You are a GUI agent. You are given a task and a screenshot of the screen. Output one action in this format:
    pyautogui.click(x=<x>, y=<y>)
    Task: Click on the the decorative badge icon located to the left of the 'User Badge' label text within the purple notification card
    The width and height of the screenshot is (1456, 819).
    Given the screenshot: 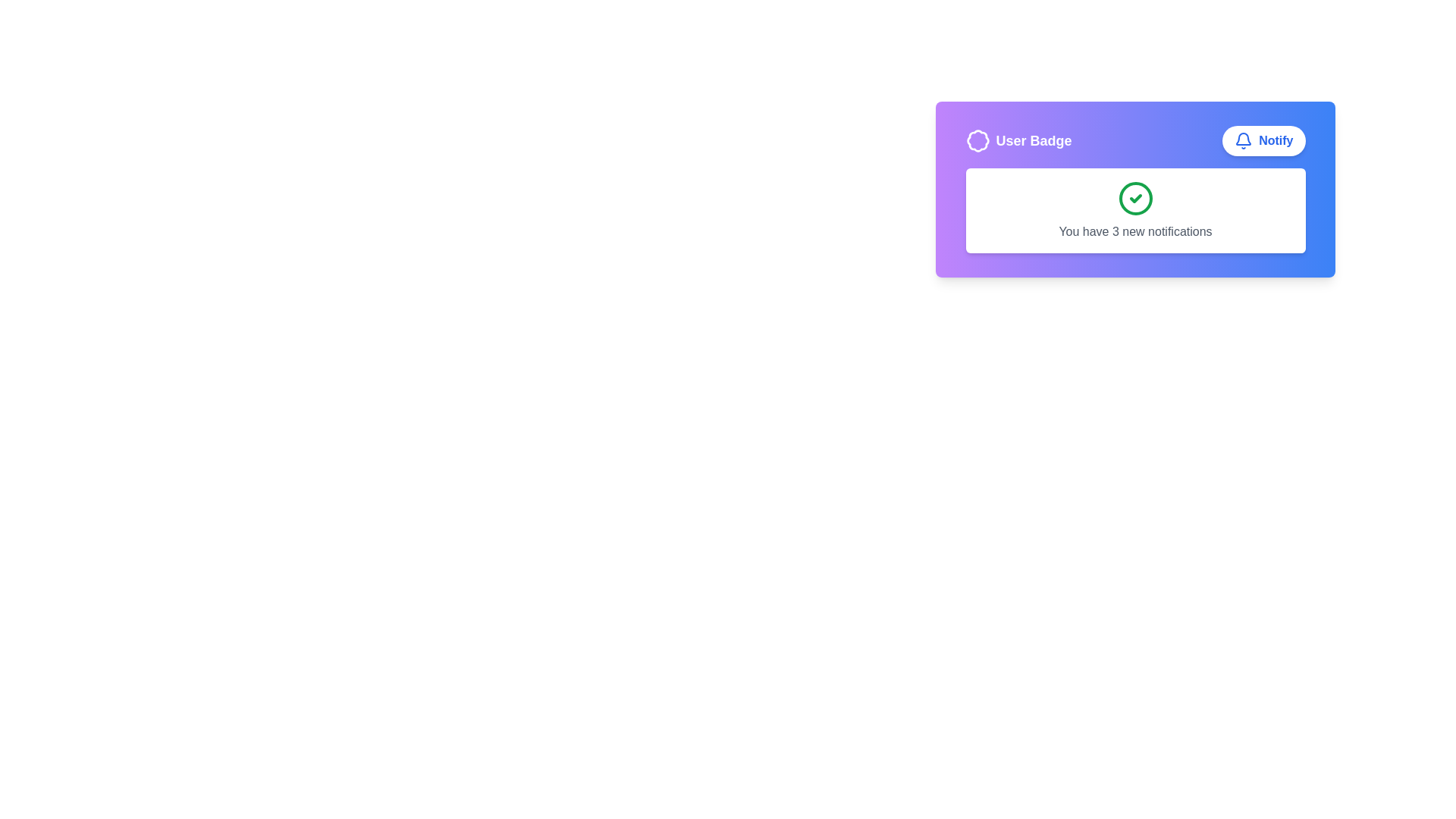 What is the action you would take?
    pyautogui.click(x=977, y=140)
    